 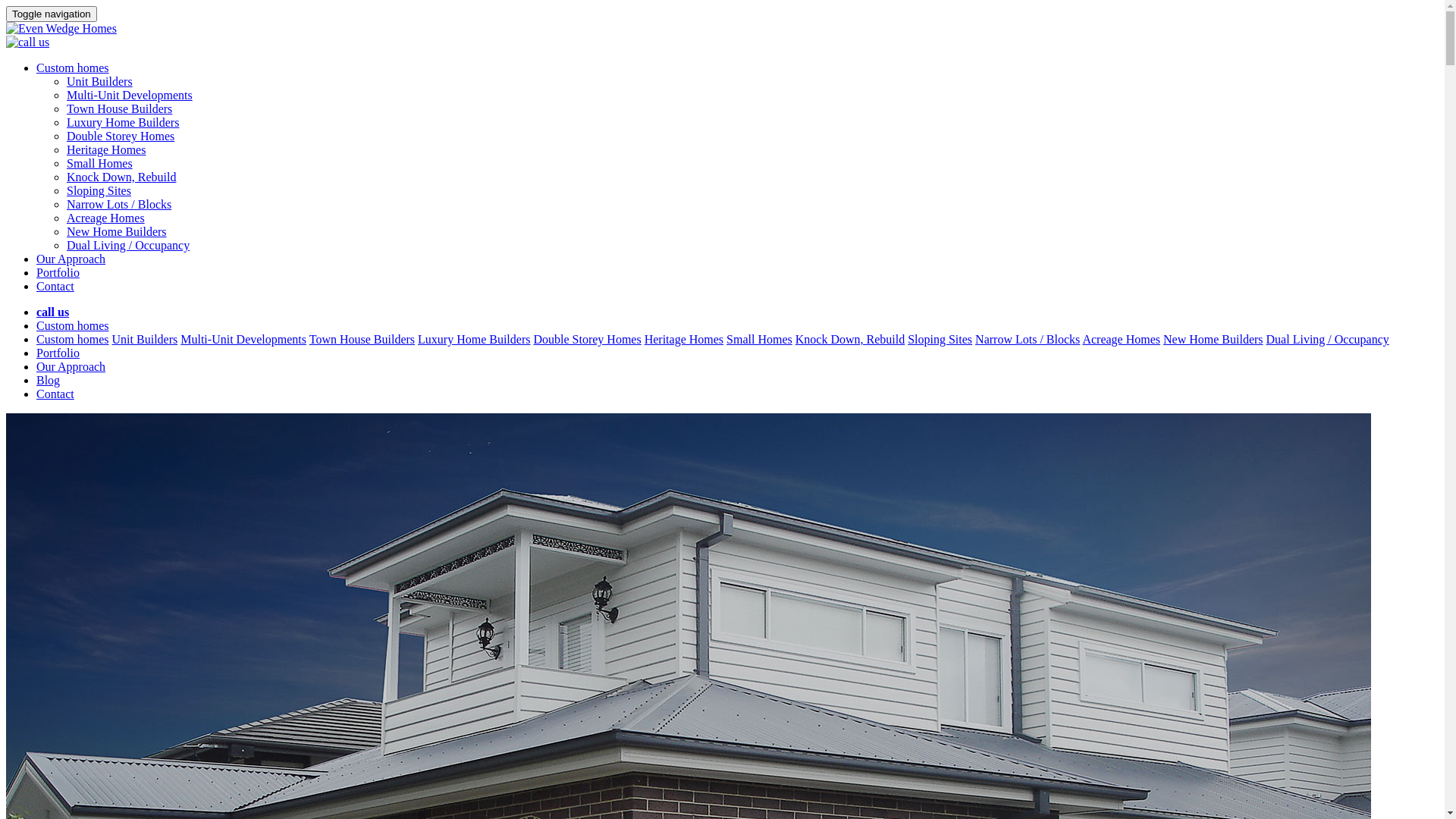 What do you see at coordinates (6, 14) in the screenshot?
I see `'Toggle navigation'` at bounding box center [6, 14].